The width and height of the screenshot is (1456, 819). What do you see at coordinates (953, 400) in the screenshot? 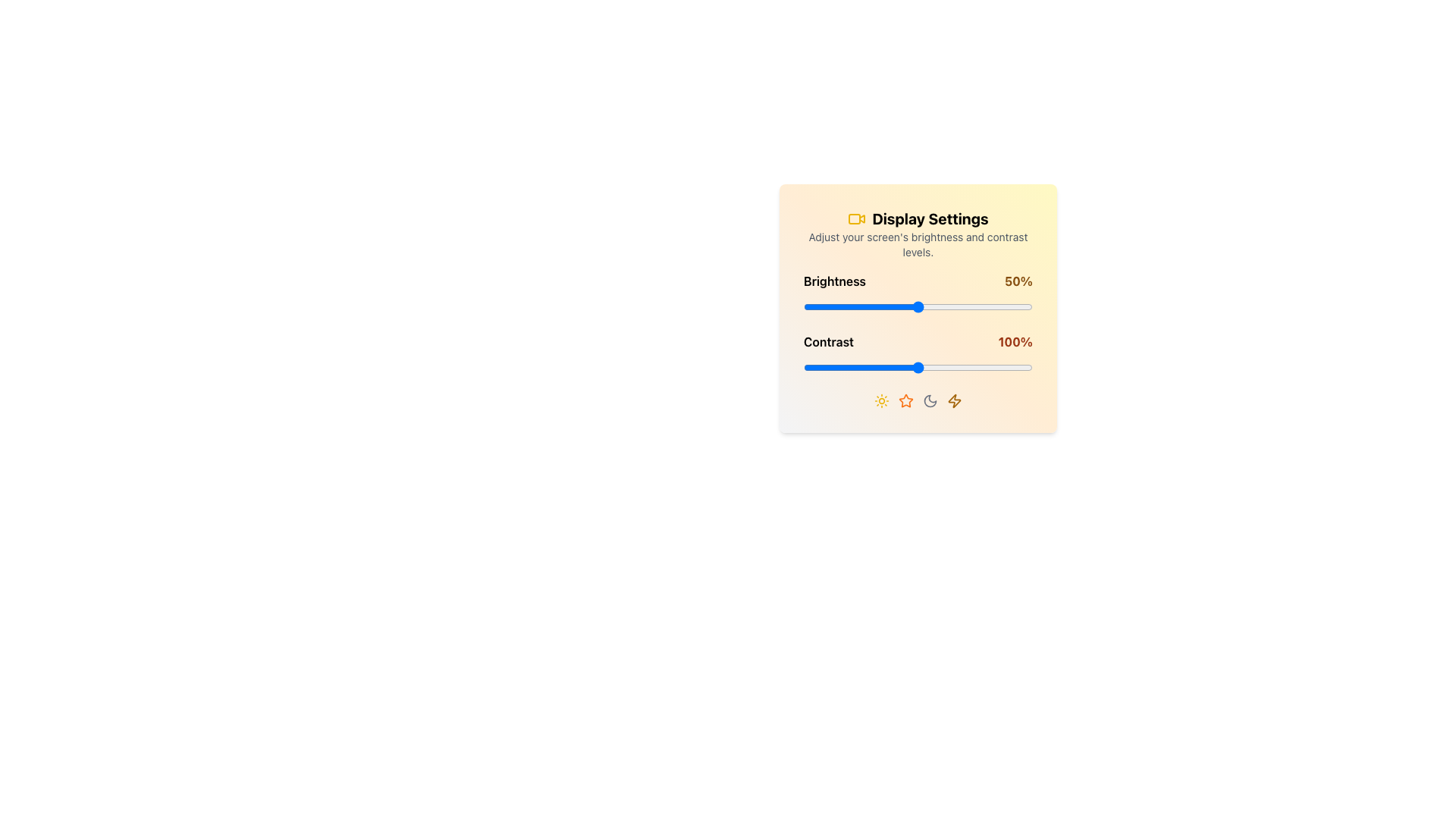
I see `the fifth icon from the left in the row of icons below the contrast and brightness sliders` at bounding box center [953, 400].